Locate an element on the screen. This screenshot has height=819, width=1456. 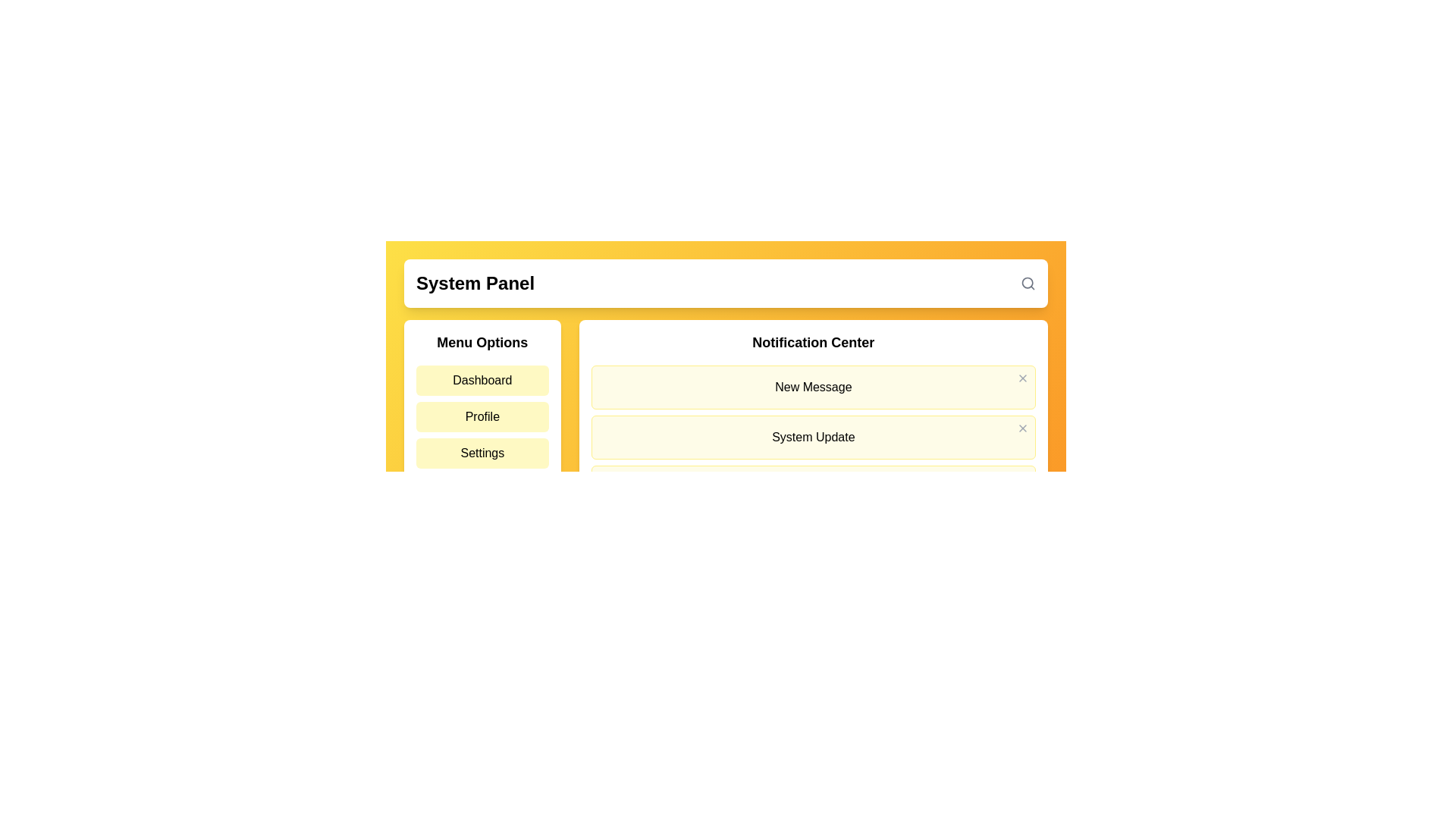
the close button (an 'X' symbol) located in the top-right corner of the 'New Message' notification box within the 'Notification Center' is located at coordinates (1022, 377).